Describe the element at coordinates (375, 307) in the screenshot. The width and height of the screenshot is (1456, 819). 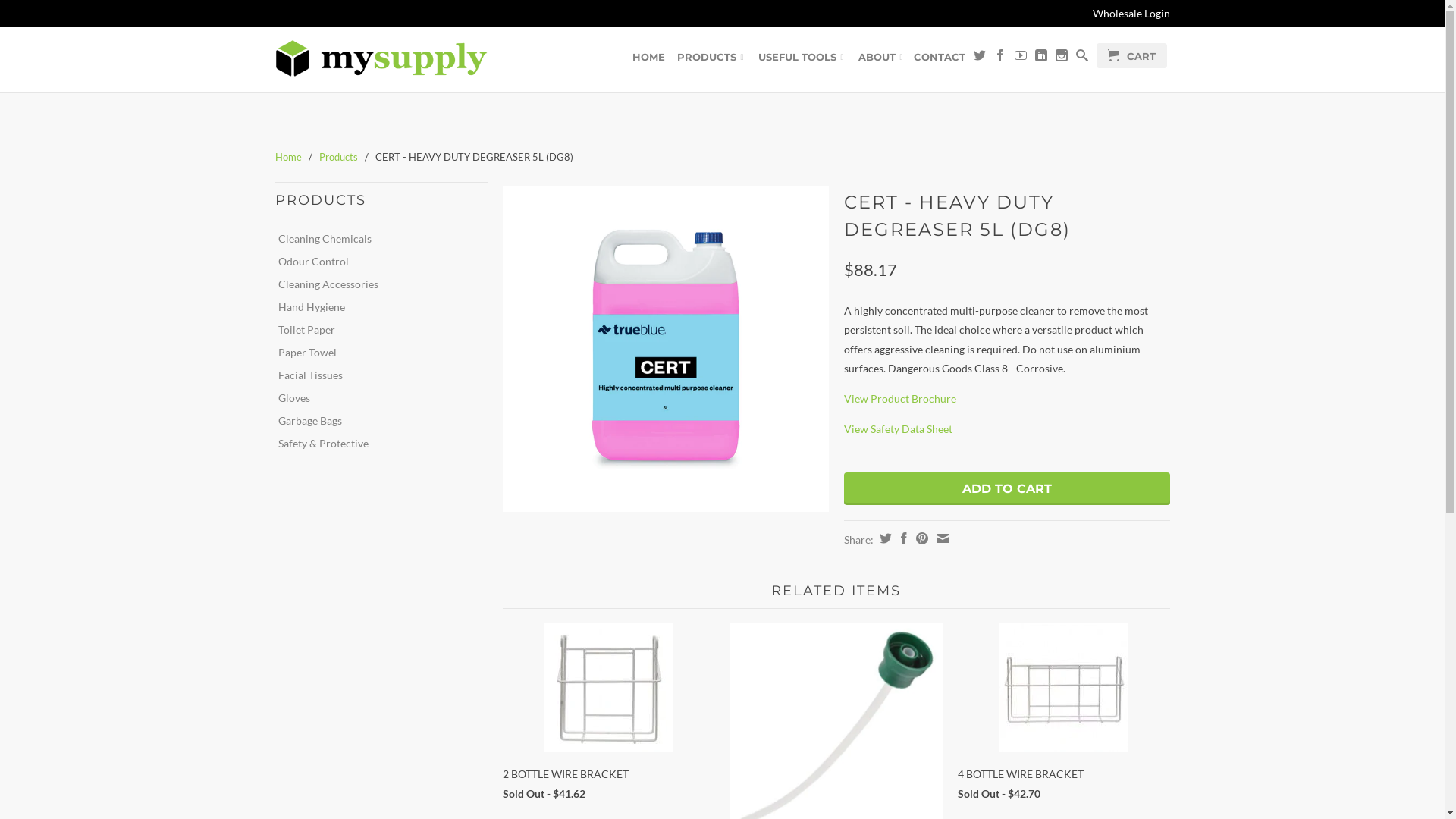
I see `'Hand Hygiene'` at that location.